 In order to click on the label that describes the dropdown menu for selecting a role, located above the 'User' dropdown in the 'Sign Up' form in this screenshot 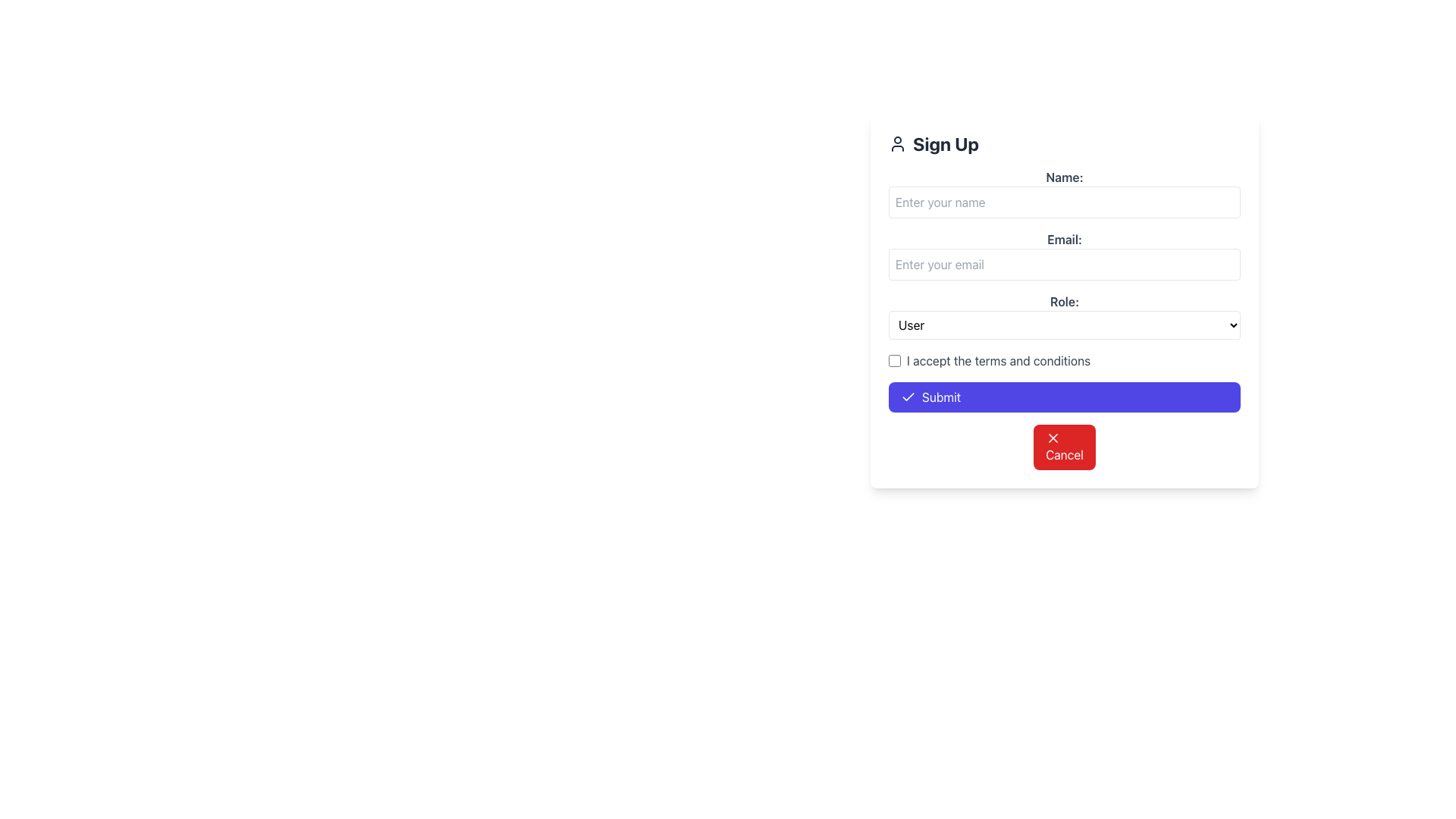, I will do `click(1063, 301)`.